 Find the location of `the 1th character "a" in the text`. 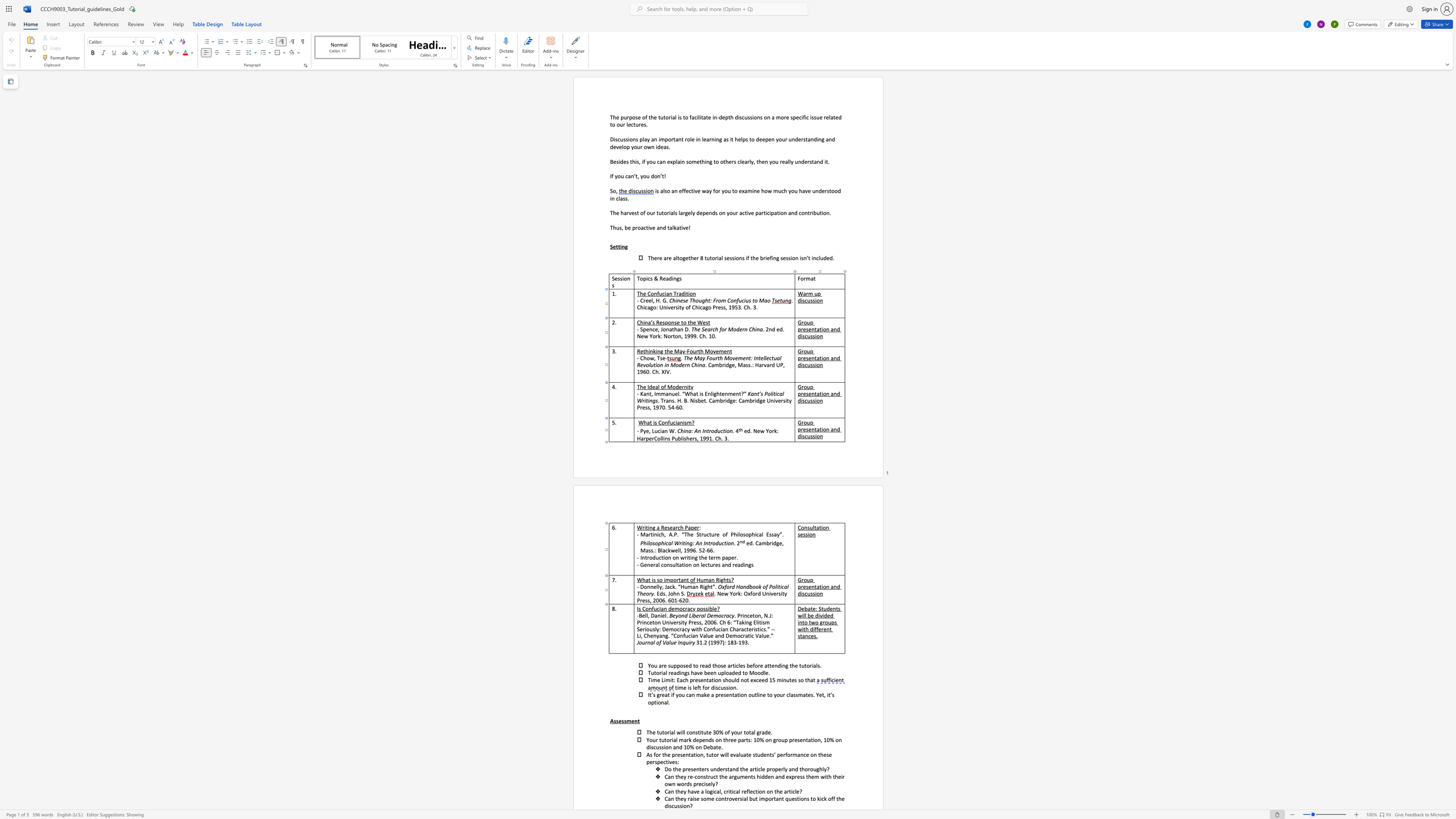

the 1th character "a" in the text is located at coordinates (709, 580).